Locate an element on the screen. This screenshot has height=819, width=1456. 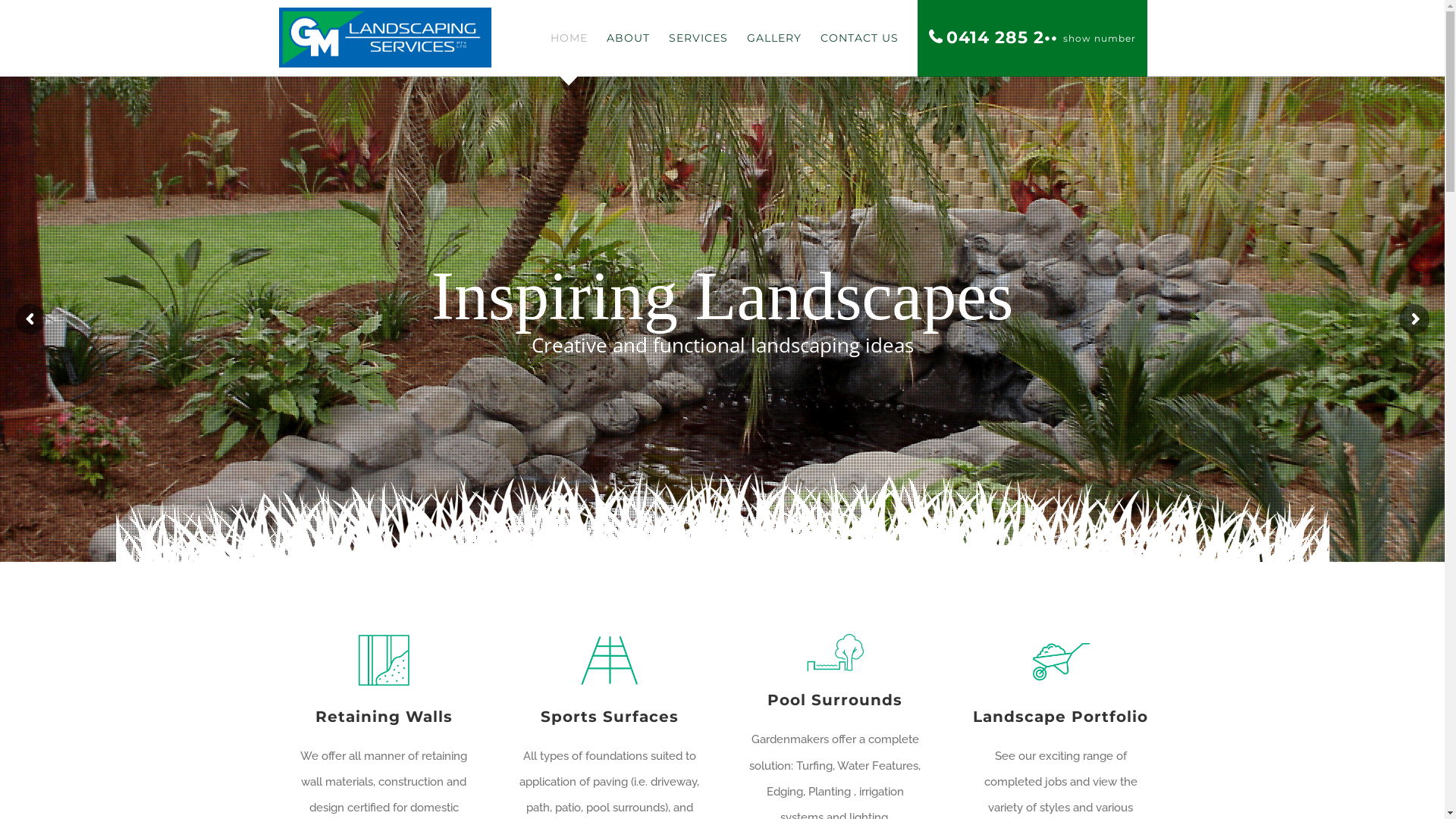
'GALLERY' is located at coordinates (745, 37).